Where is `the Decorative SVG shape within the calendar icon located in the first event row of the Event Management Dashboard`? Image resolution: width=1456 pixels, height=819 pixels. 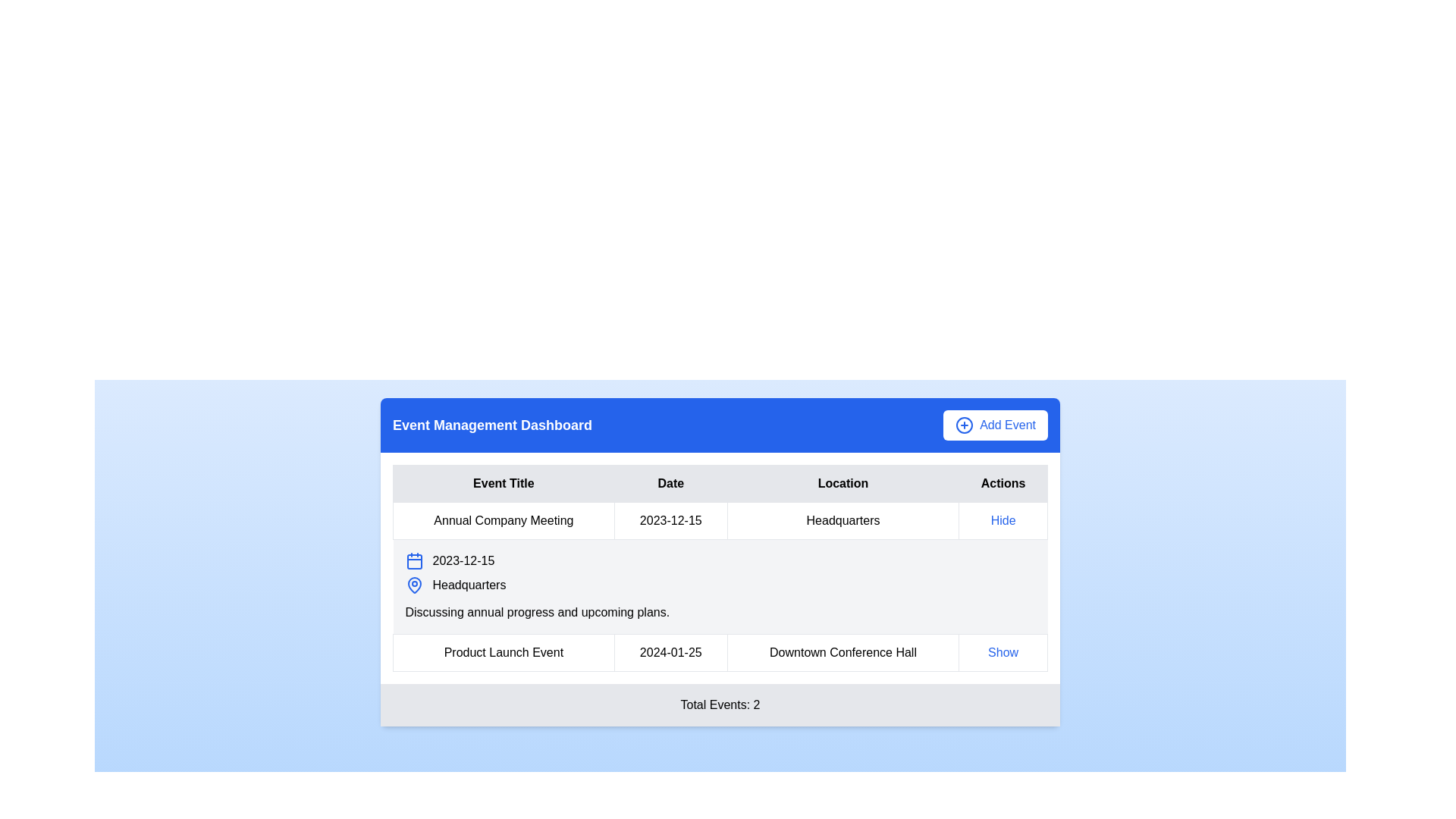
the Decorative SVG shape within the calendar icon located in the first event row of the Event Management Dashboard is located at coordinates (414, 561).